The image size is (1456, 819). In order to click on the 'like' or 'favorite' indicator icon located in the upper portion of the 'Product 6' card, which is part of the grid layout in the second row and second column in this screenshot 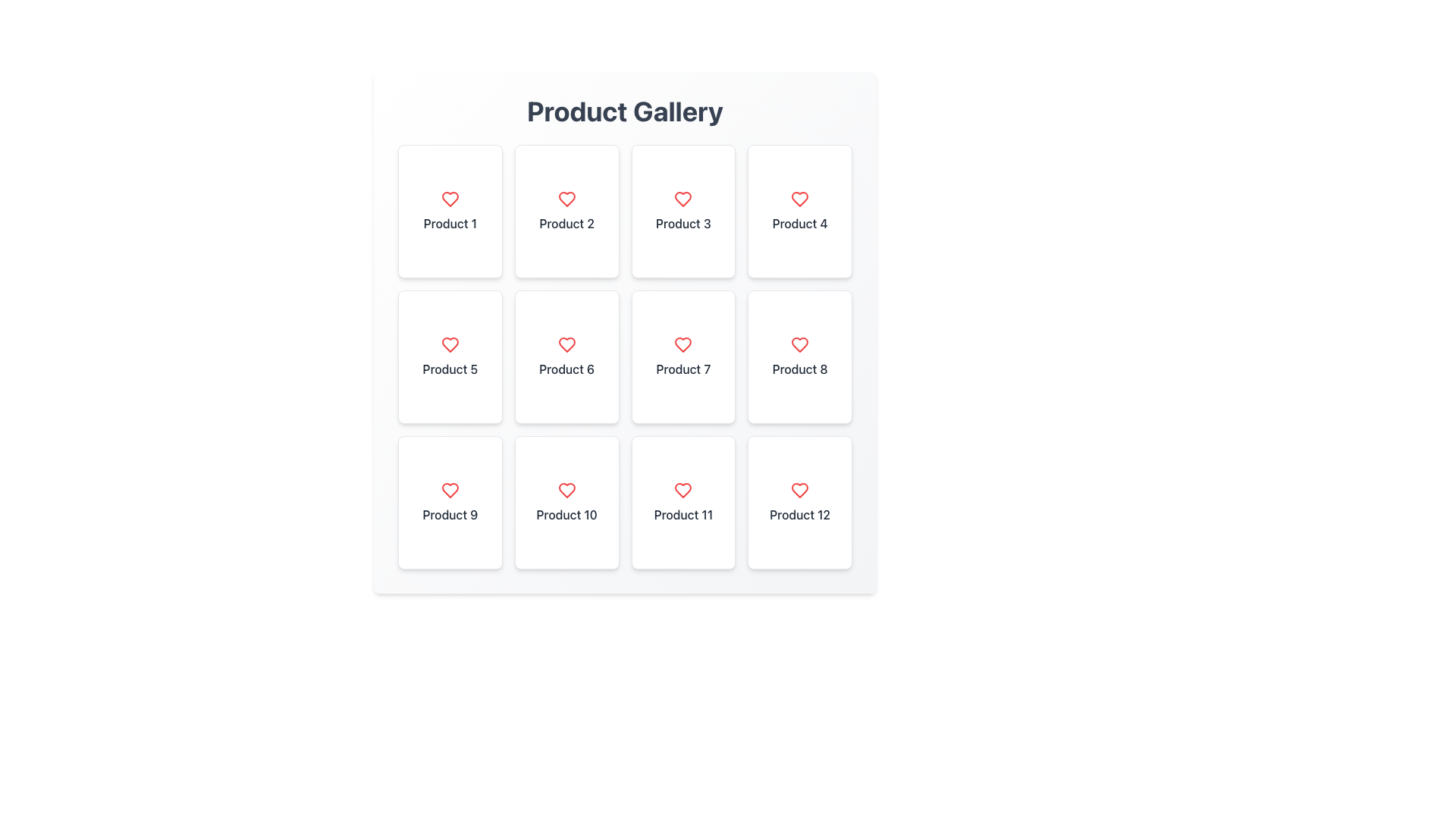, I will do `click(566, 345)`.